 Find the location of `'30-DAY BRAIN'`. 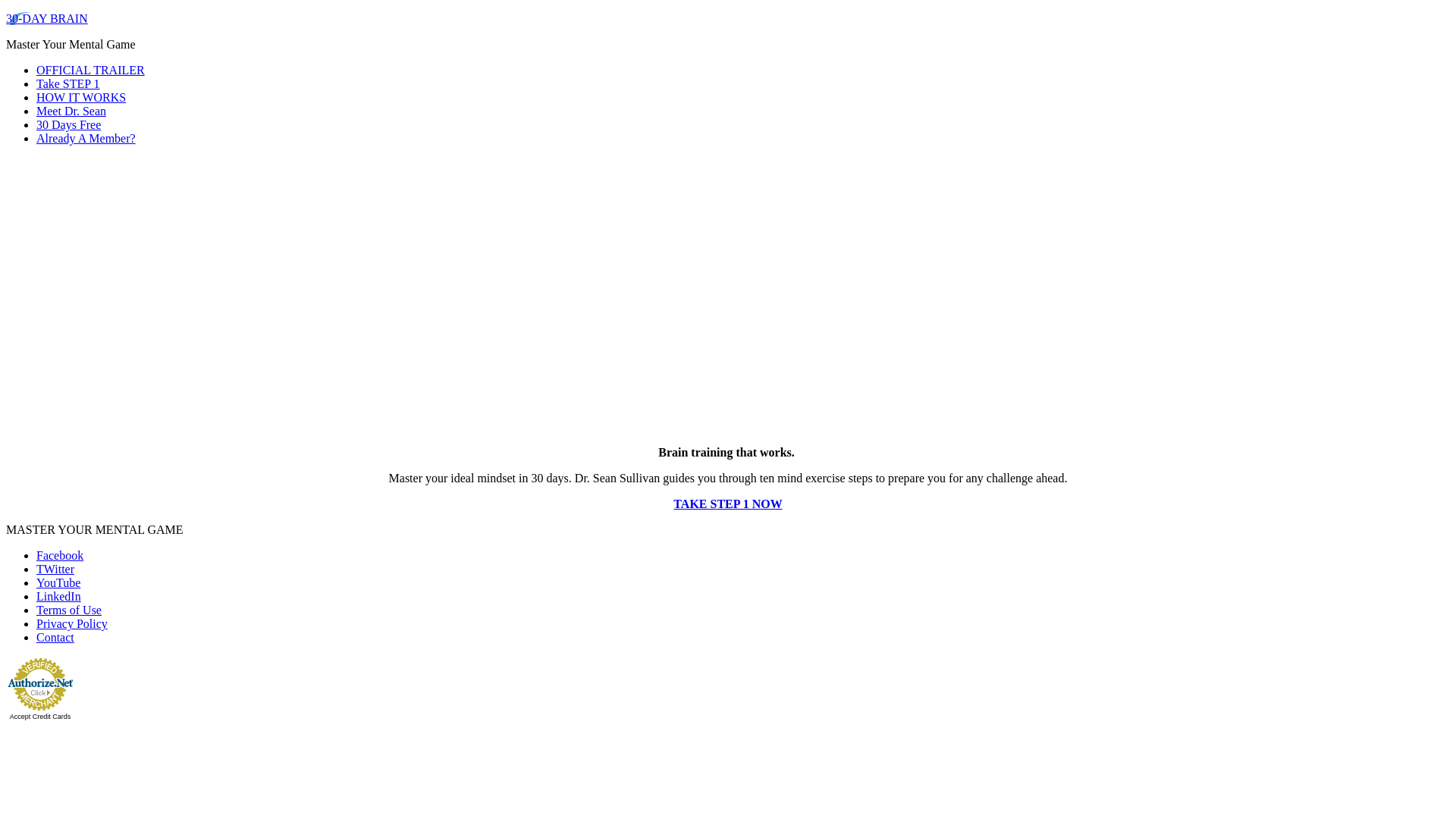

'30-DAY BRAIN' is located at coordinates (47, 18).